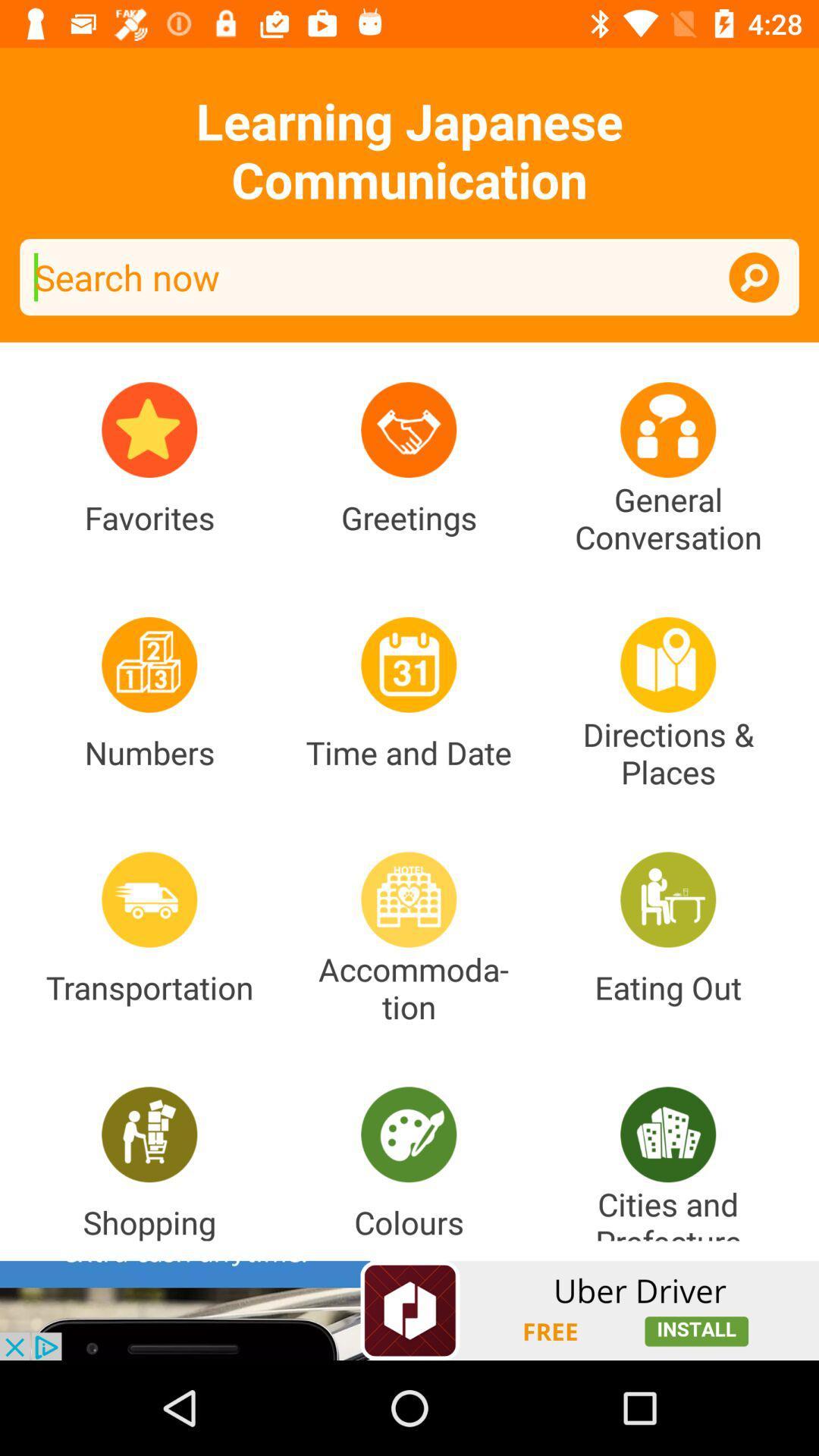 The width and height of the screenshot is (819, 1456). I want to click on advertisement, so click(409, 1310).